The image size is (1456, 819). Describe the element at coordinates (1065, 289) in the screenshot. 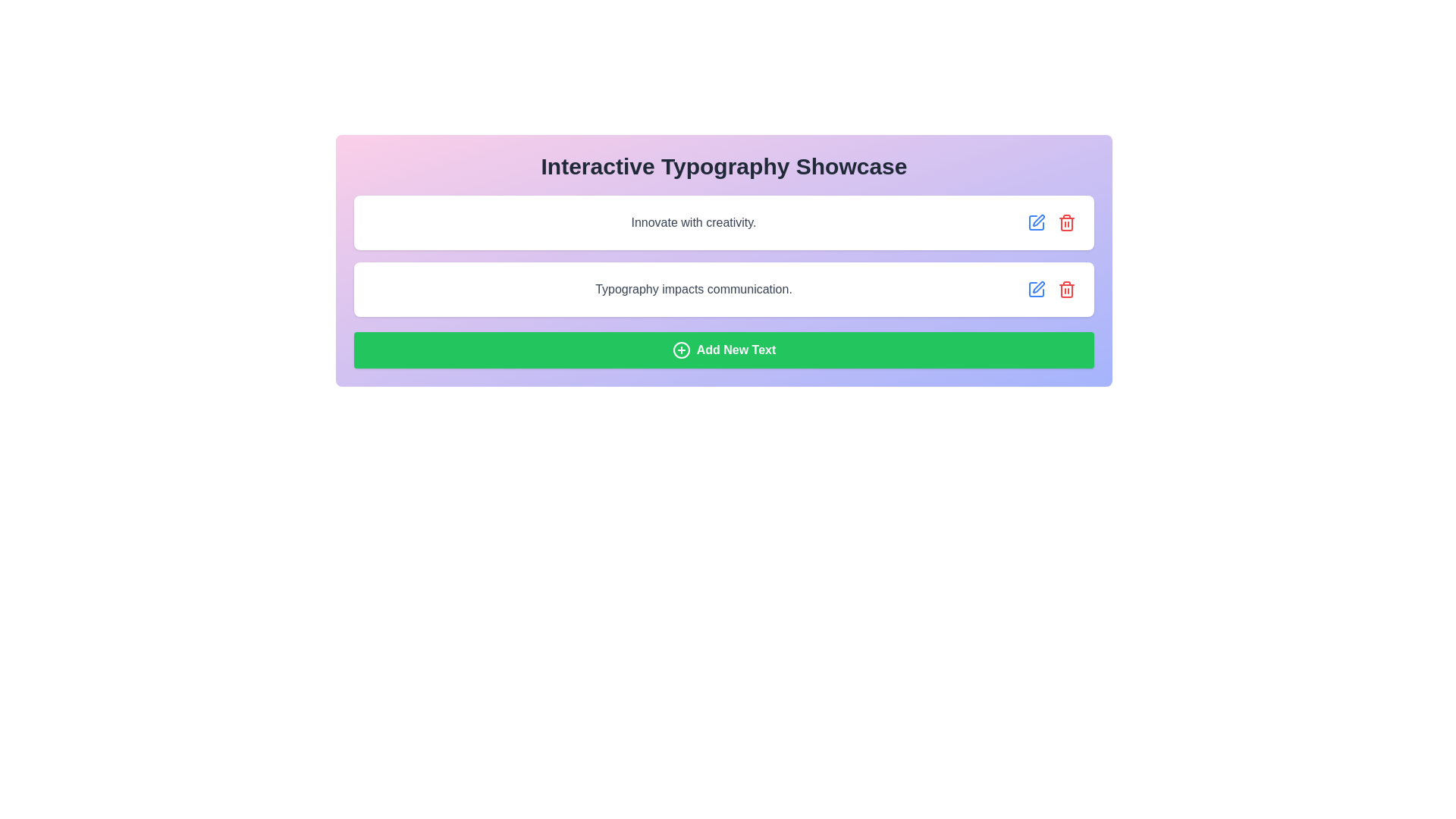

I see `the delete button positioned on the right side of the bottom row, following the text 'Typography impacts communication.'` at that location.